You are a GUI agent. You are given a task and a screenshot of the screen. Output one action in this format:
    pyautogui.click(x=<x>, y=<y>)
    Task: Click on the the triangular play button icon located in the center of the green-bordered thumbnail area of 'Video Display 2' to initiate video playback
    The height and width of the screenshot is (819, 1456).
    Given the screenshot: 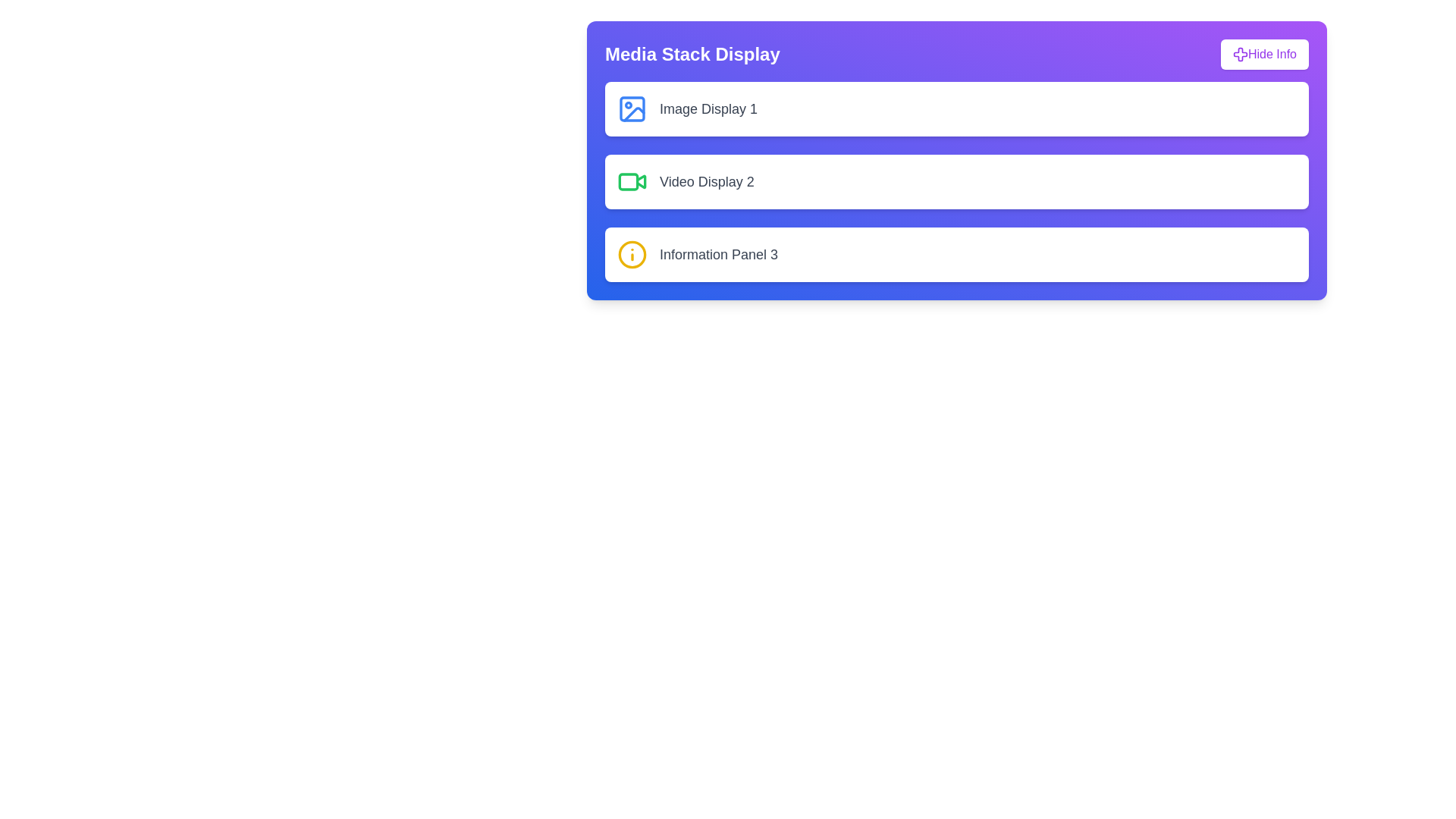 What is the action you would take?
    pyautogui.click(x=641, y=180)
    